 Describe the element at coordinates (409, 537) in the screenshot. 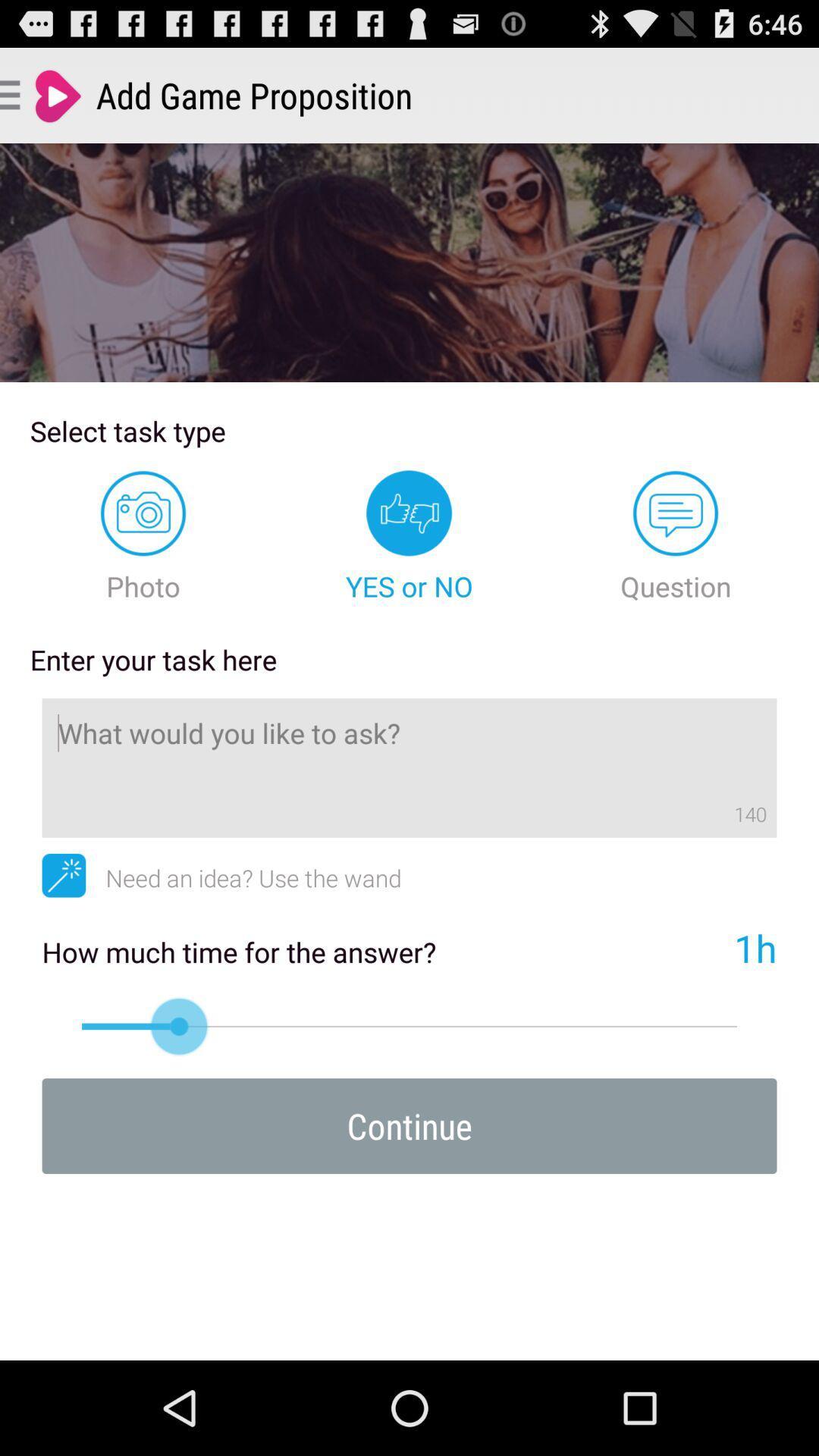

I see `icon next to the photo item` at that location.